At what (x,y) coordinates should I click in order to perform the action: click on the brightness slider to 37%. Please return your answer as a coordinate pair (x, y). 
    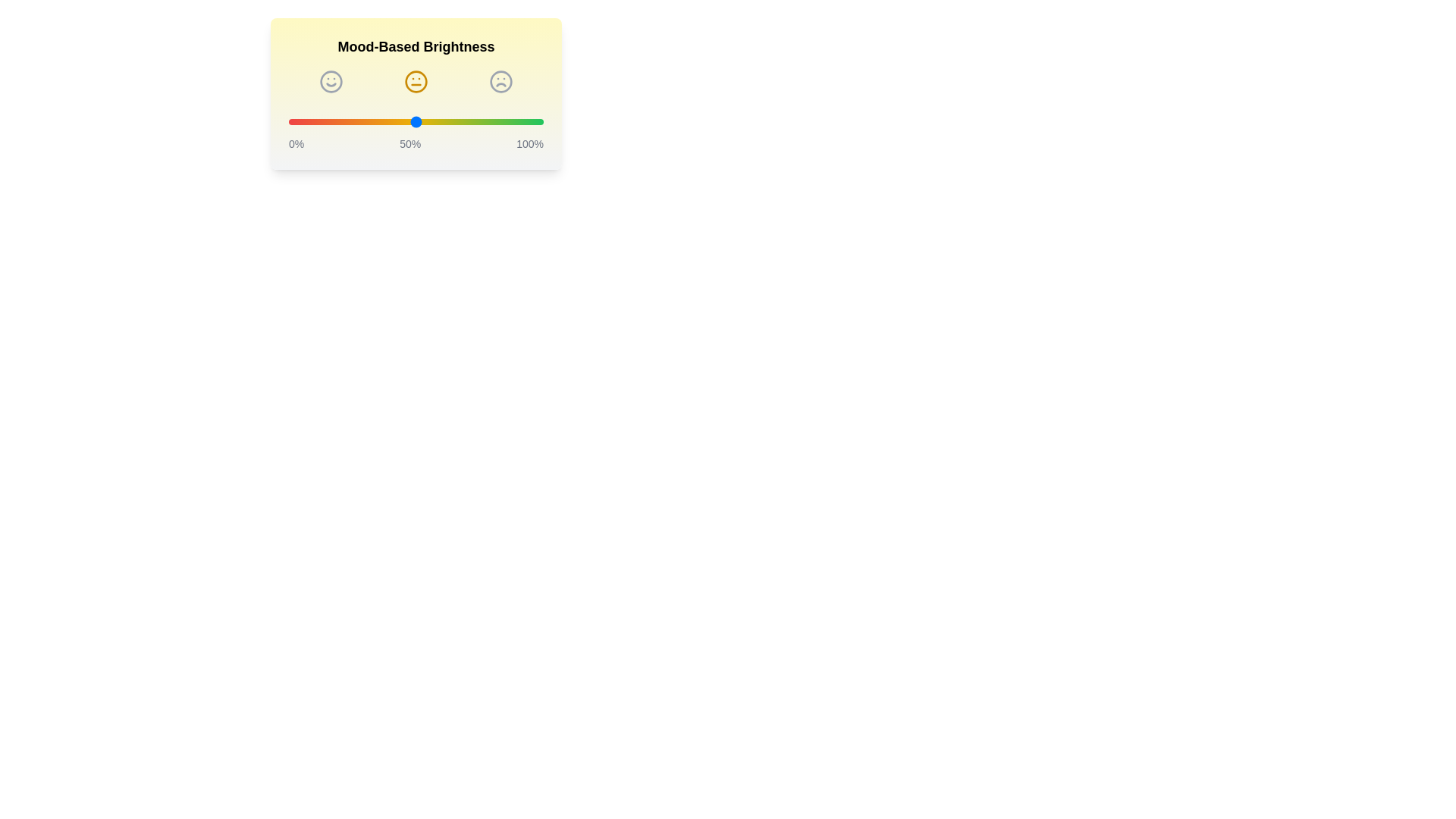
    Looking at the image, I should click on (383, 121).